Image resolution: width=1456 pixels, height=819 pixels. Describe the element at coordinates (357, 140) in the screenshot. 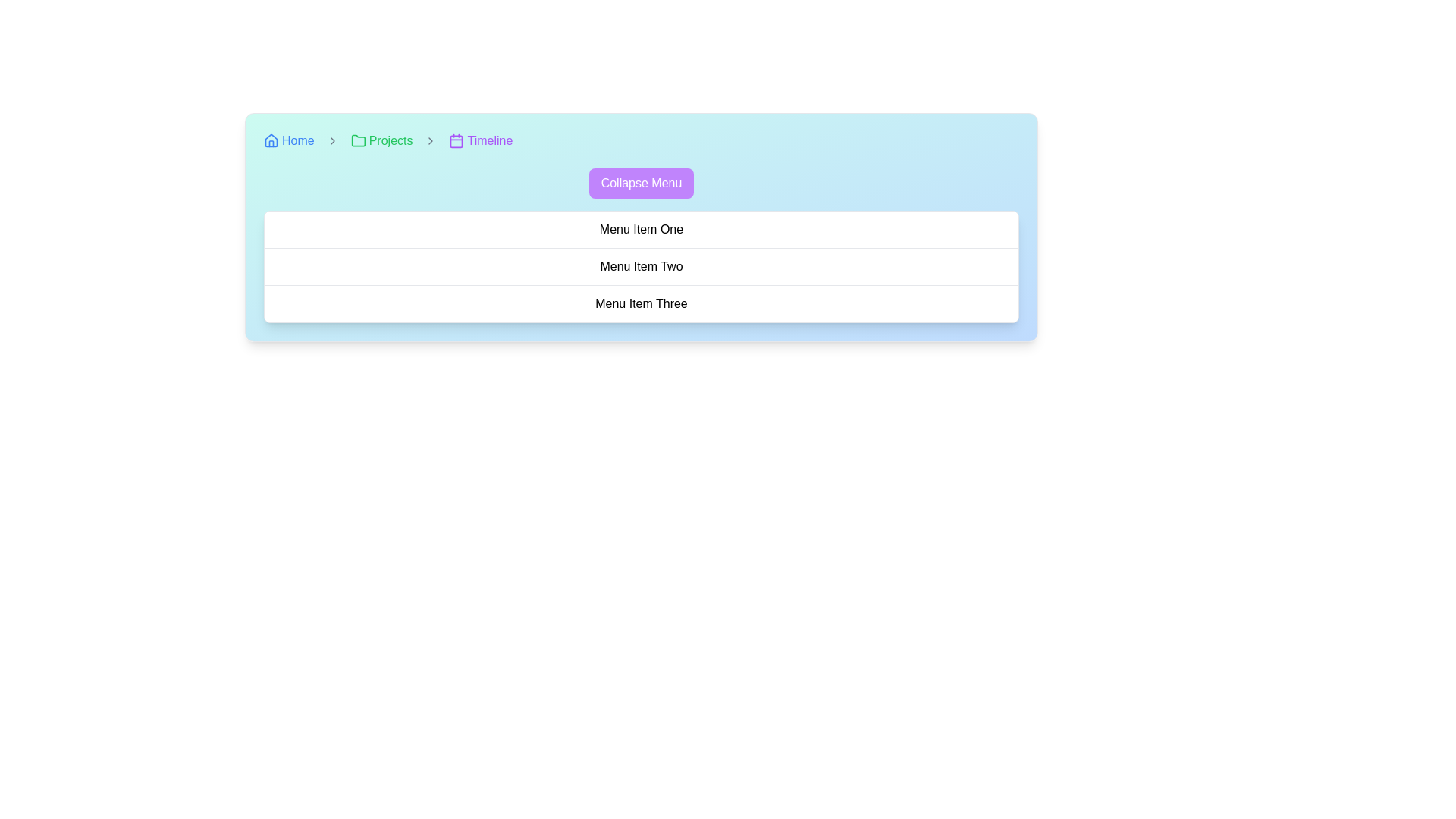

I see `the folder icon in the breadcrumb navigation bar next to the text 'Projects'` at that location.